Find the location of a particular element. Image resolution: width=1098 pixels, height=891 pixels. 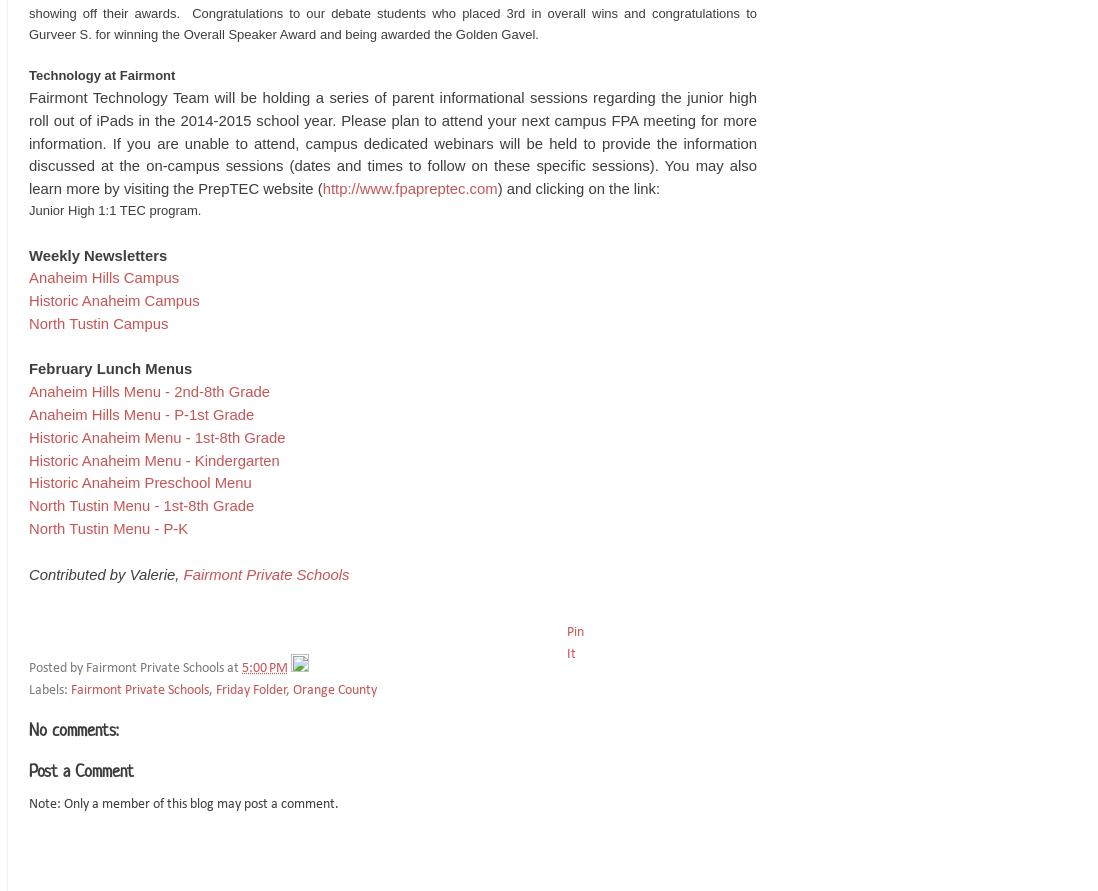

'Fairmont Technology Team will be holding a series of
parent informational sessions regarding the junior high roll out of iPads in
the 2014-2015 school year. Please plan to attend your next campus FPA meeting
for more information. If you are unable to attend, campus dedicated webinars
will be held to provide the information discussed at the on-campus sessions
(dates and times to follow on these specific sessions). You may also learn more
by visiting the PrepTEC website (' is located at coordinates (27, 142).